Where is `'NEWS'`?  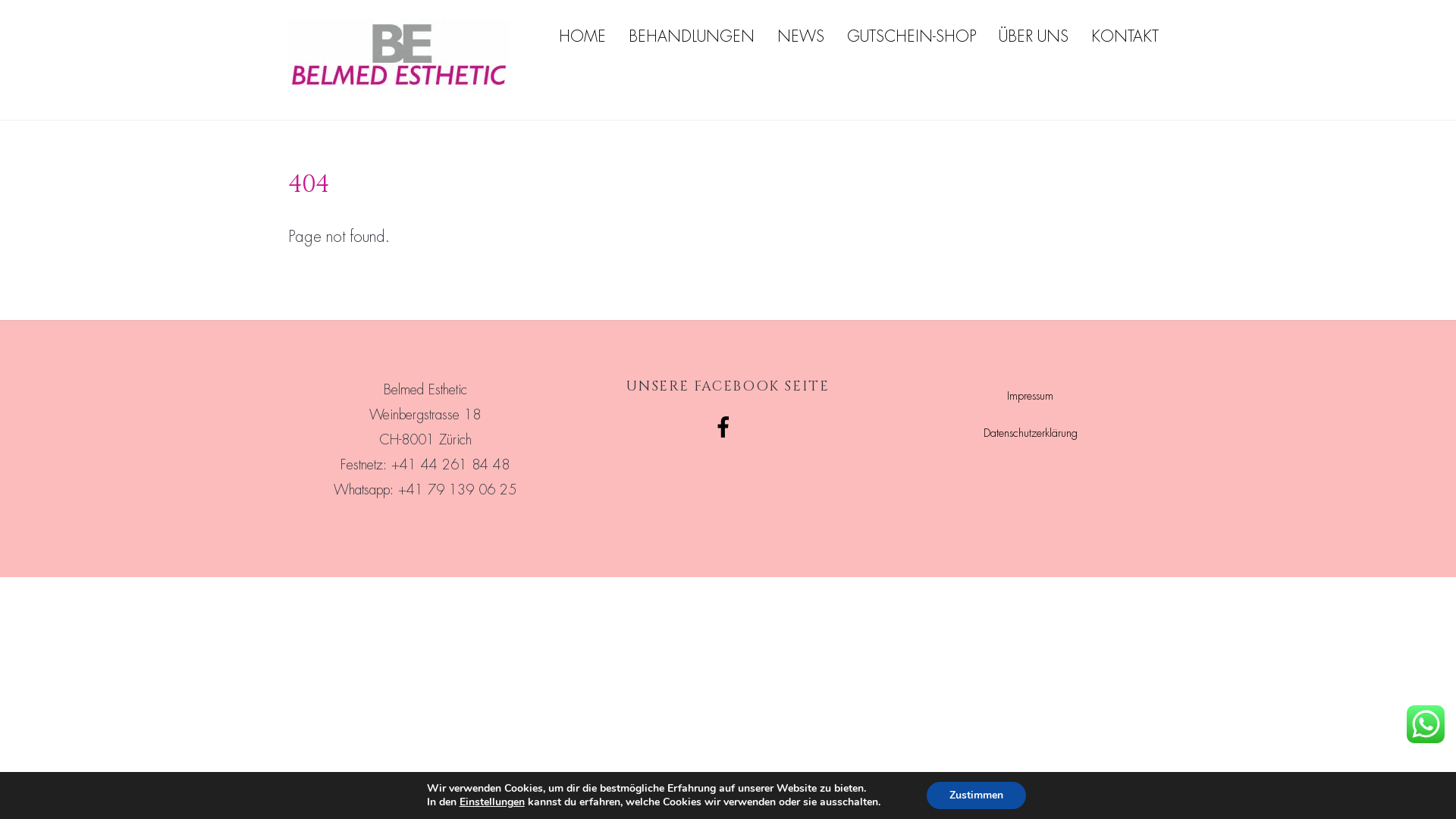 'NEWS' is located at coordinates (767, 36).